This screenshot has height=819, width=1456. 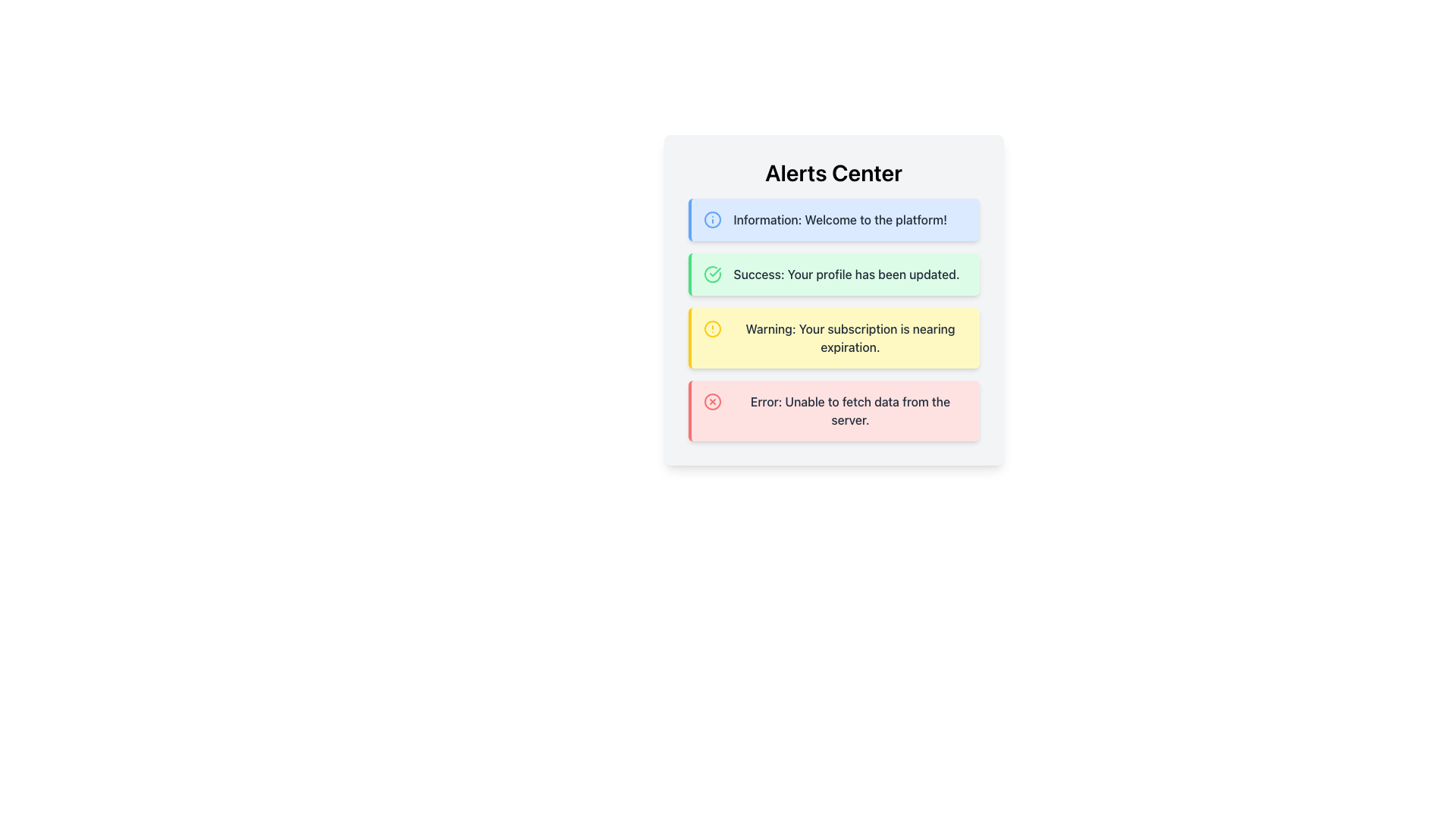 What do you see at coordinates (850, 337) in the screenshot?
I see `text content of the third alert message block with a yellow background that states 'Warning: Your subscription is nearing expiration.'` at bounding box center [850, 337].